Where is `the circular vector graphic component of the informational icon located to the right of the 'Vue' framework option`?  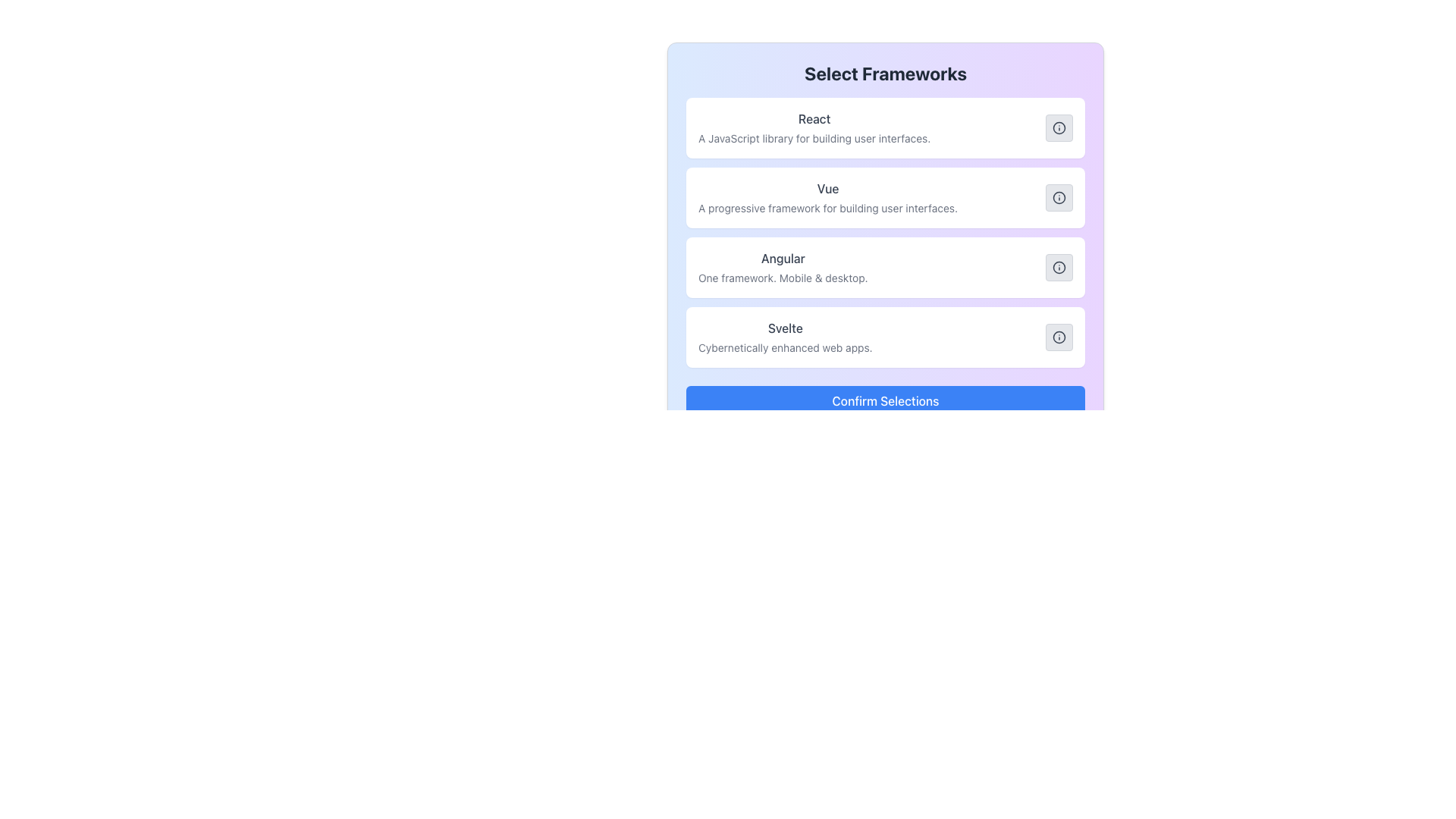
the circular vector graphic component of the informational icon located to the right of the 'Vue' framework option is located at coordinates (1058, 197).